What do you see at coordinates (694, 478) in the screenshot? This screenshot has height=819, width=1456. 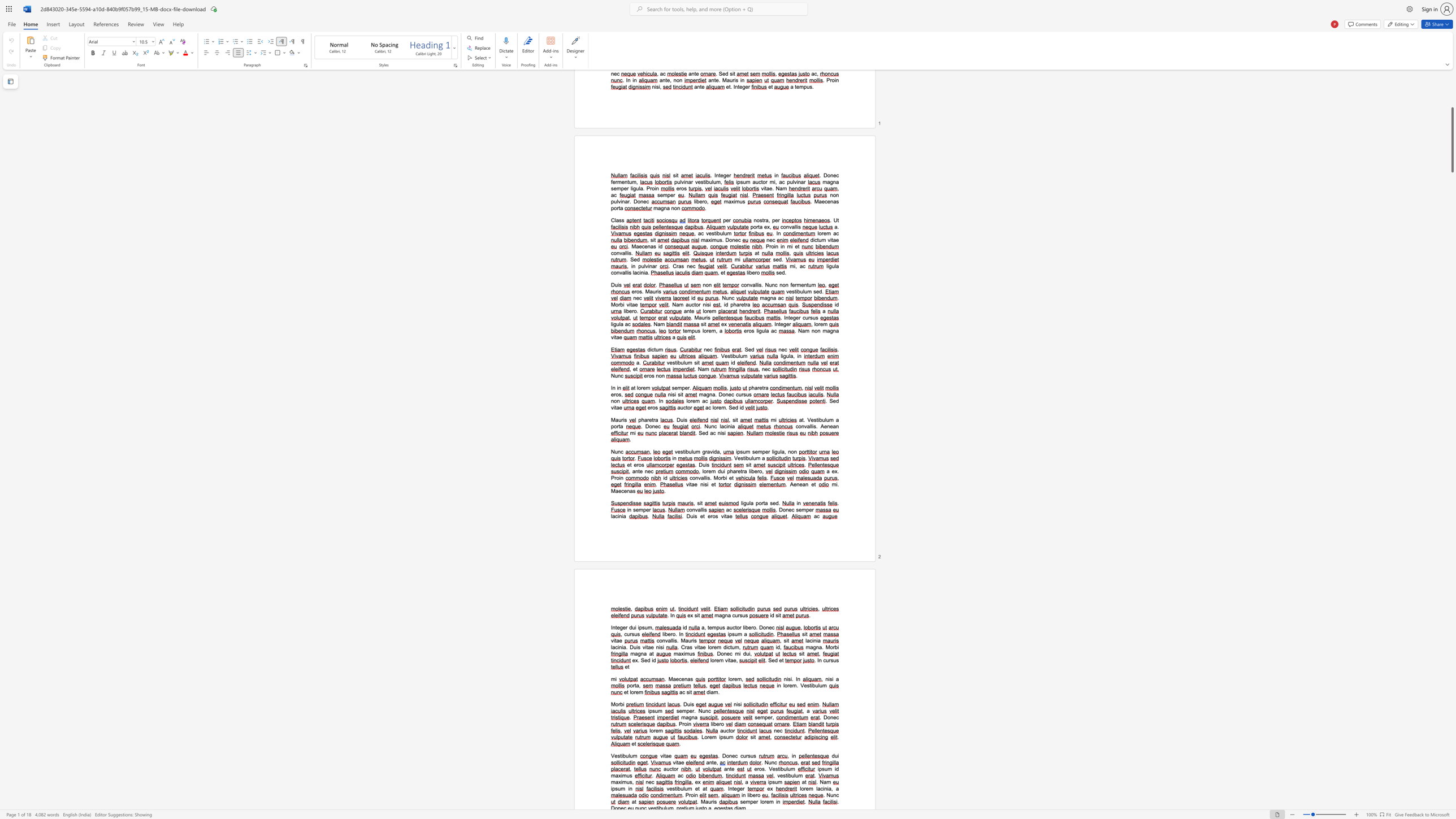 I see `the 1th character "o" in the text` at bounding box center [694, 478].